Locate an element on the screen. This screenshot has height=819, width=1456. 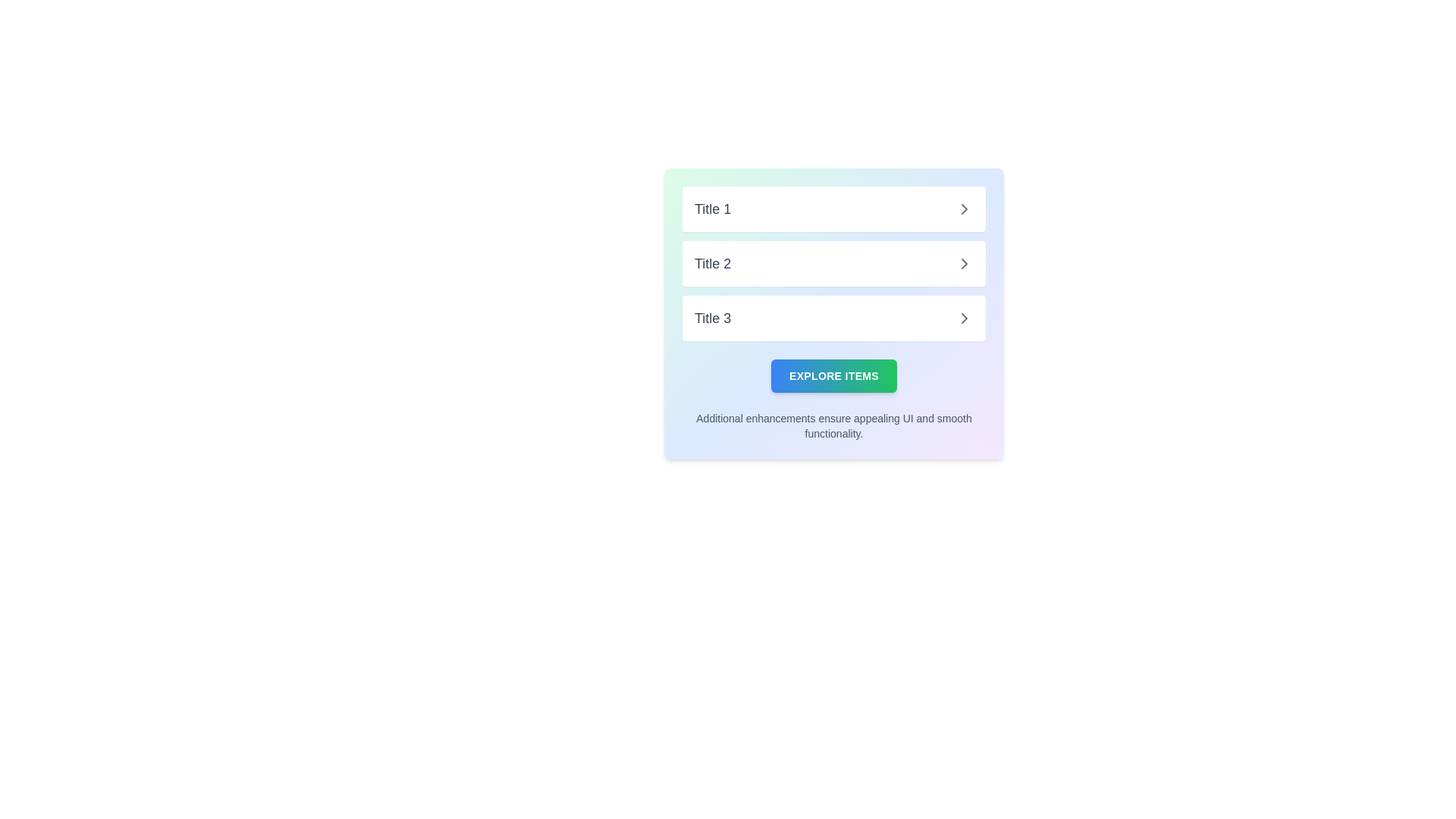
the Chevron Icon located on the right-hand side of the 'Title 3' section is located at coordinates (964, 318).